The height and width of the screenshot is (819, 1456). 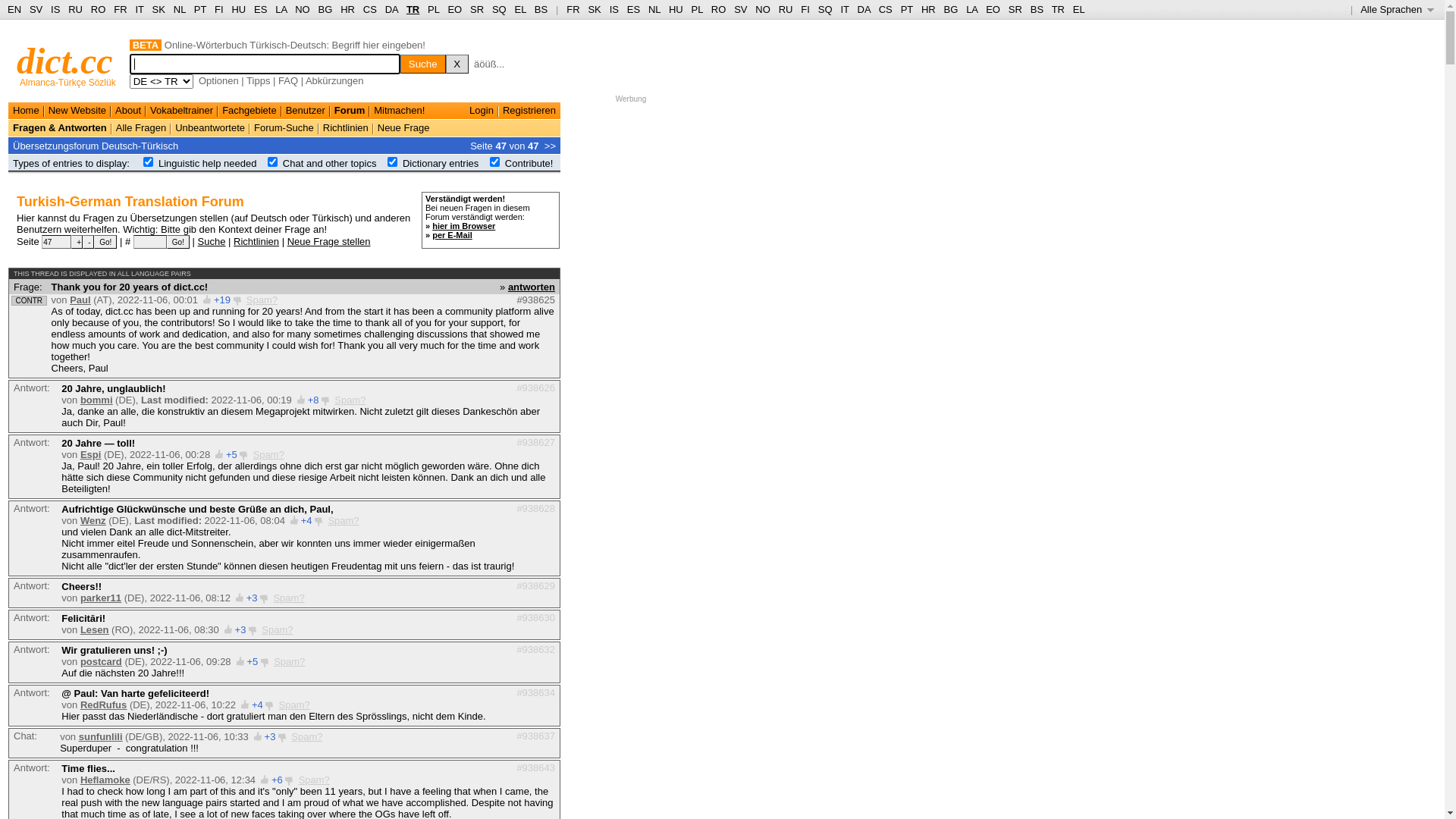 What do you see at coordinates (167, 241) in the screenshot?
I see `'Go!'` at bounding box center [167, 241].